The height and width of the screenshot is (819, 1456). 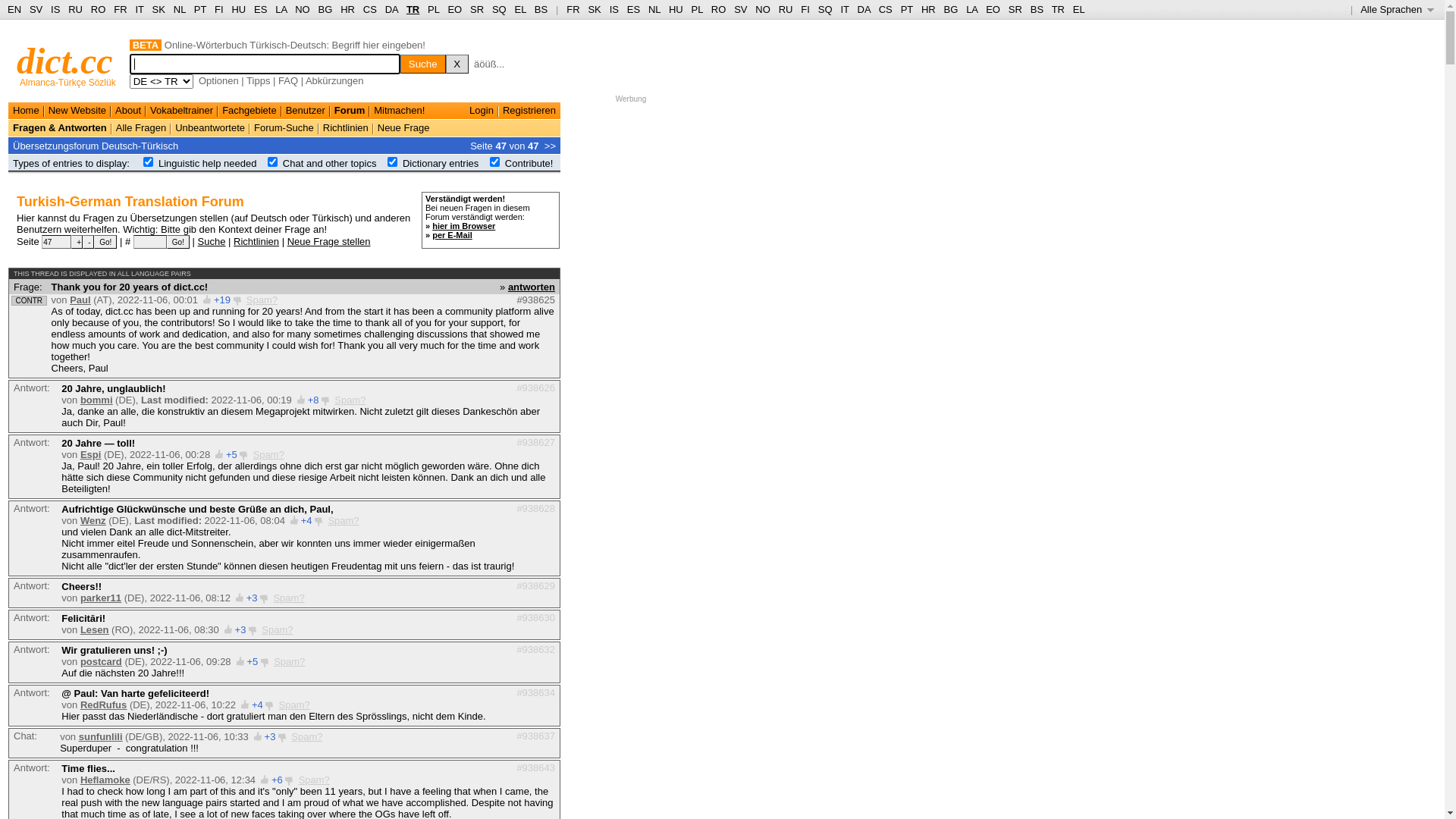 What do you see at coordinates (167, 241) in the screenshot?
I see `'Go!'` at bounding box center [167, 241].